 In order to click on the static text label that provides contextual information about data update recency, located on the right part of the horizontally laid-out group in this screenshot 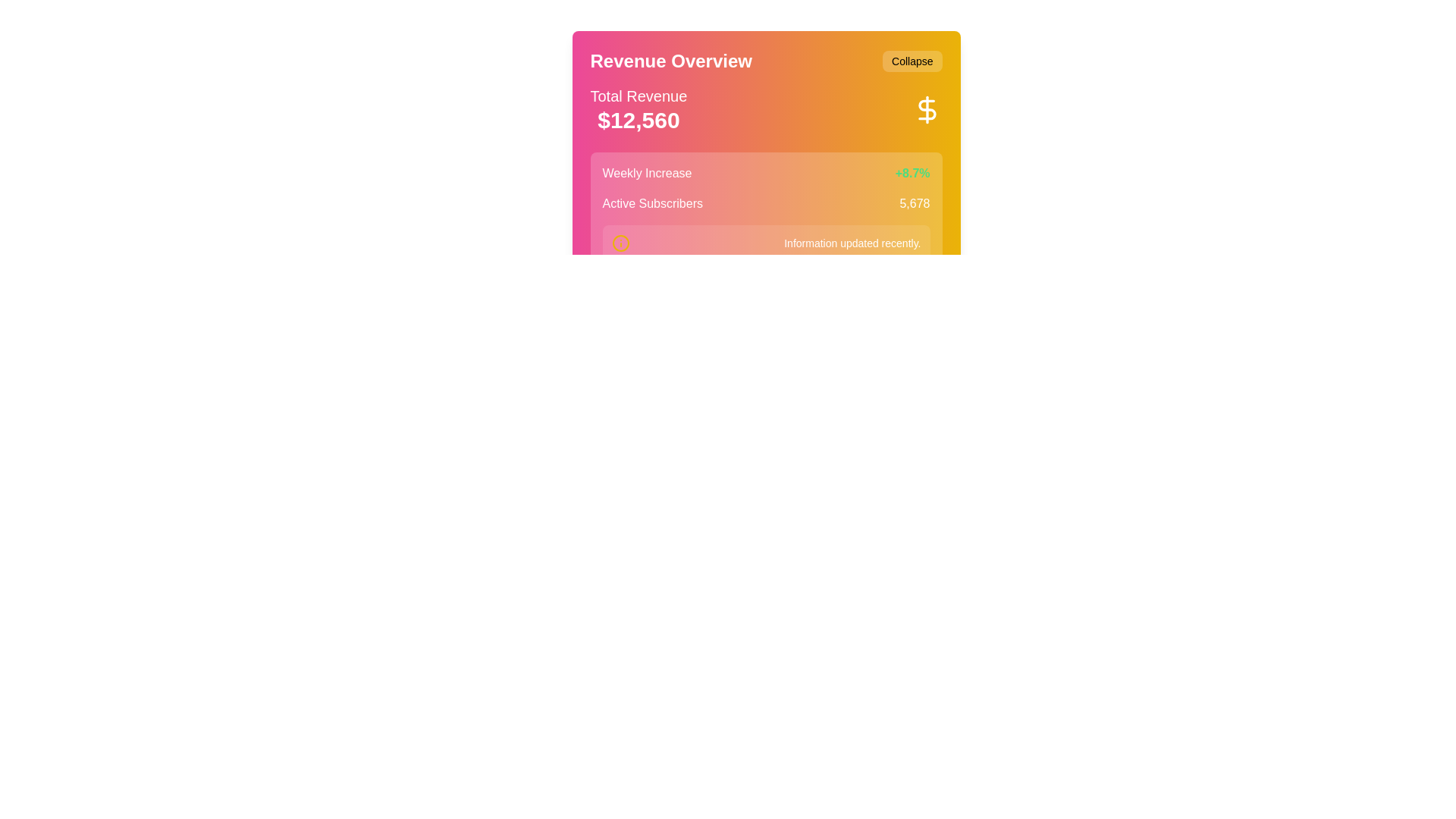, I will do `click(852, 242)`.